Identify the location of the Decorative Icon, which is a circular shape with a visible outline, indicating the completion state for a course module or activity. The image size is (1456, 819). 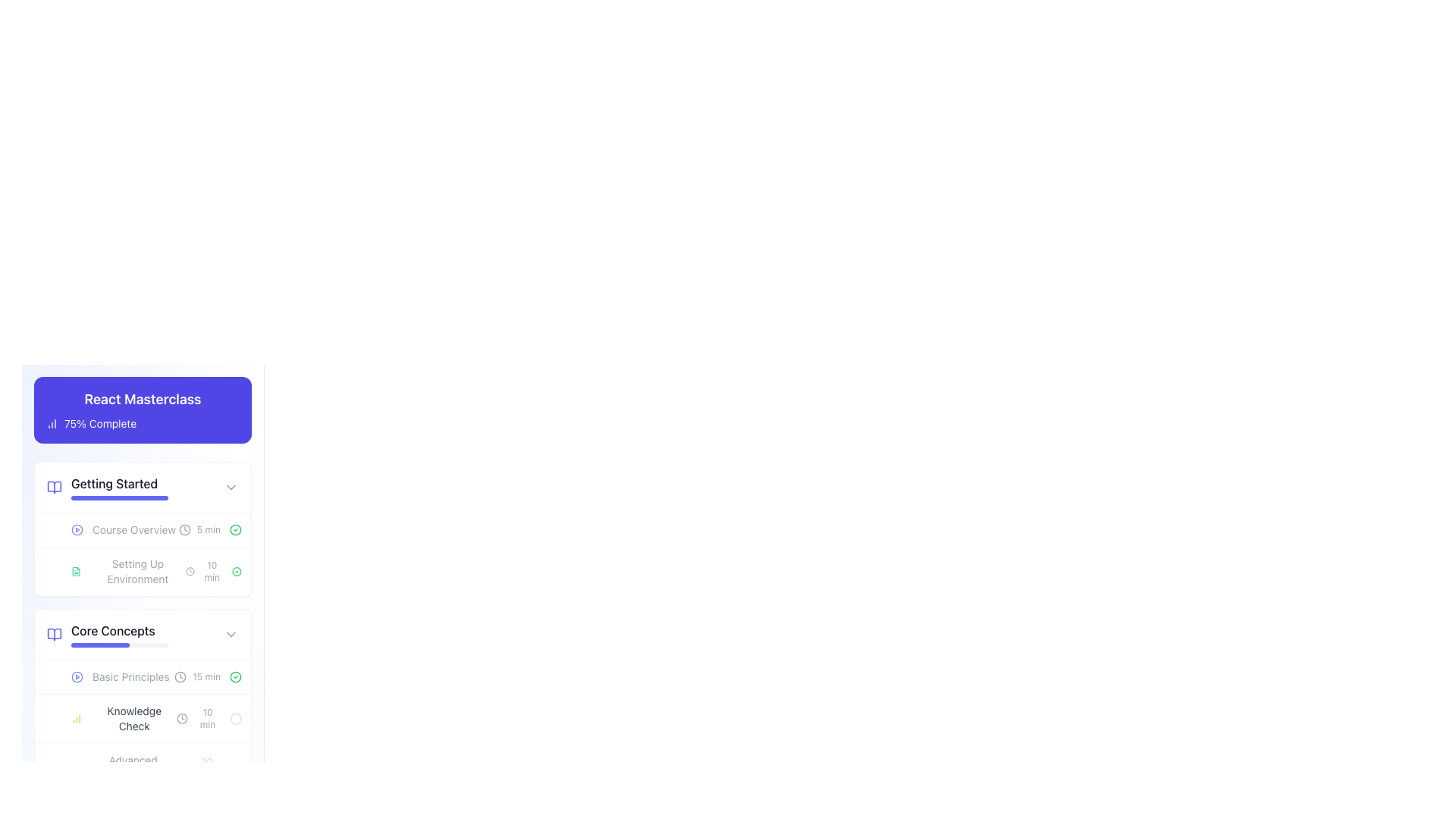
(235, 676).